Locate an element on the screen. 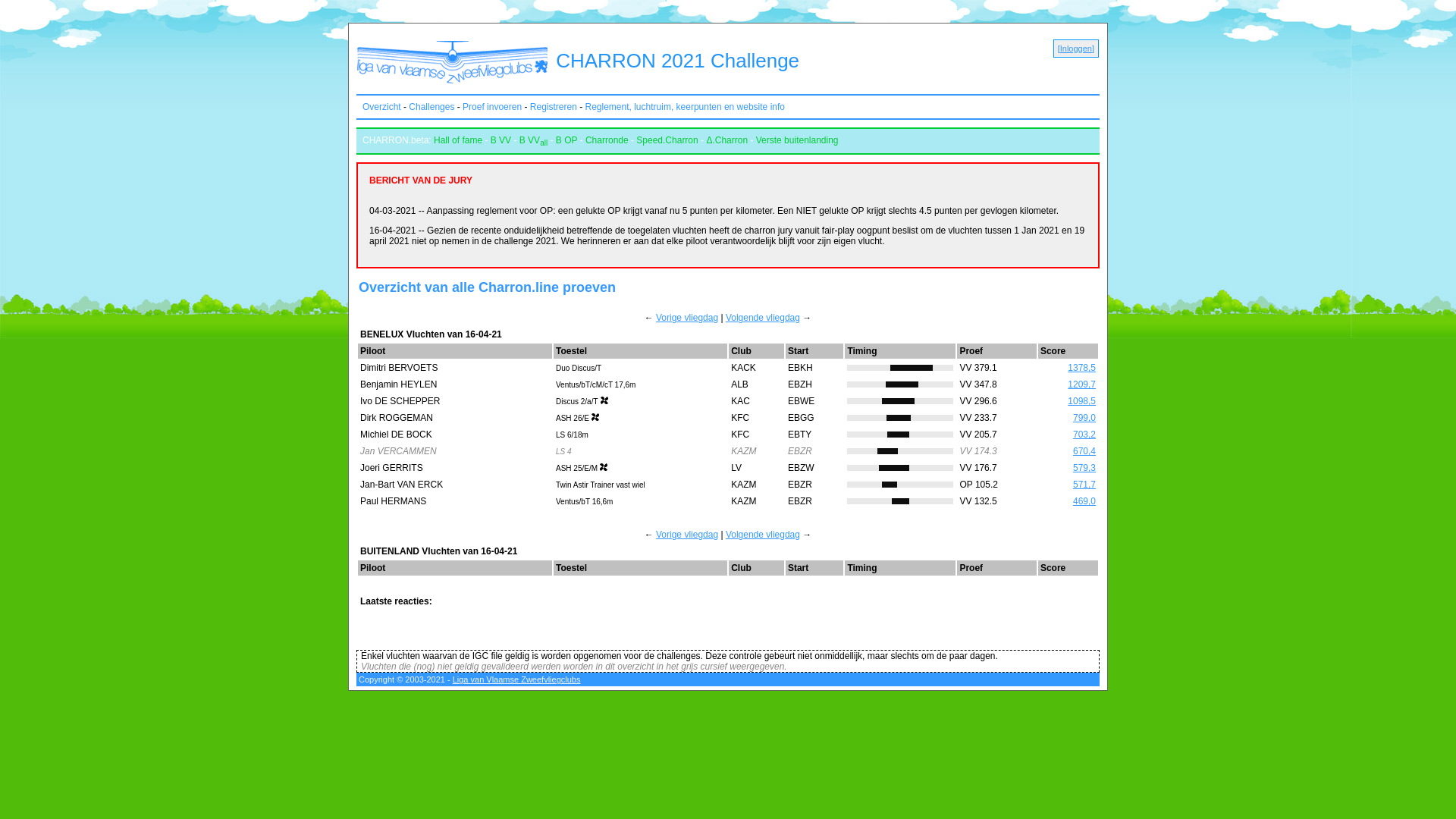 The image size is (1456, 819). 'Reglement, luchtruim, keerpunten en website info' is located at coordinates (585, 106).